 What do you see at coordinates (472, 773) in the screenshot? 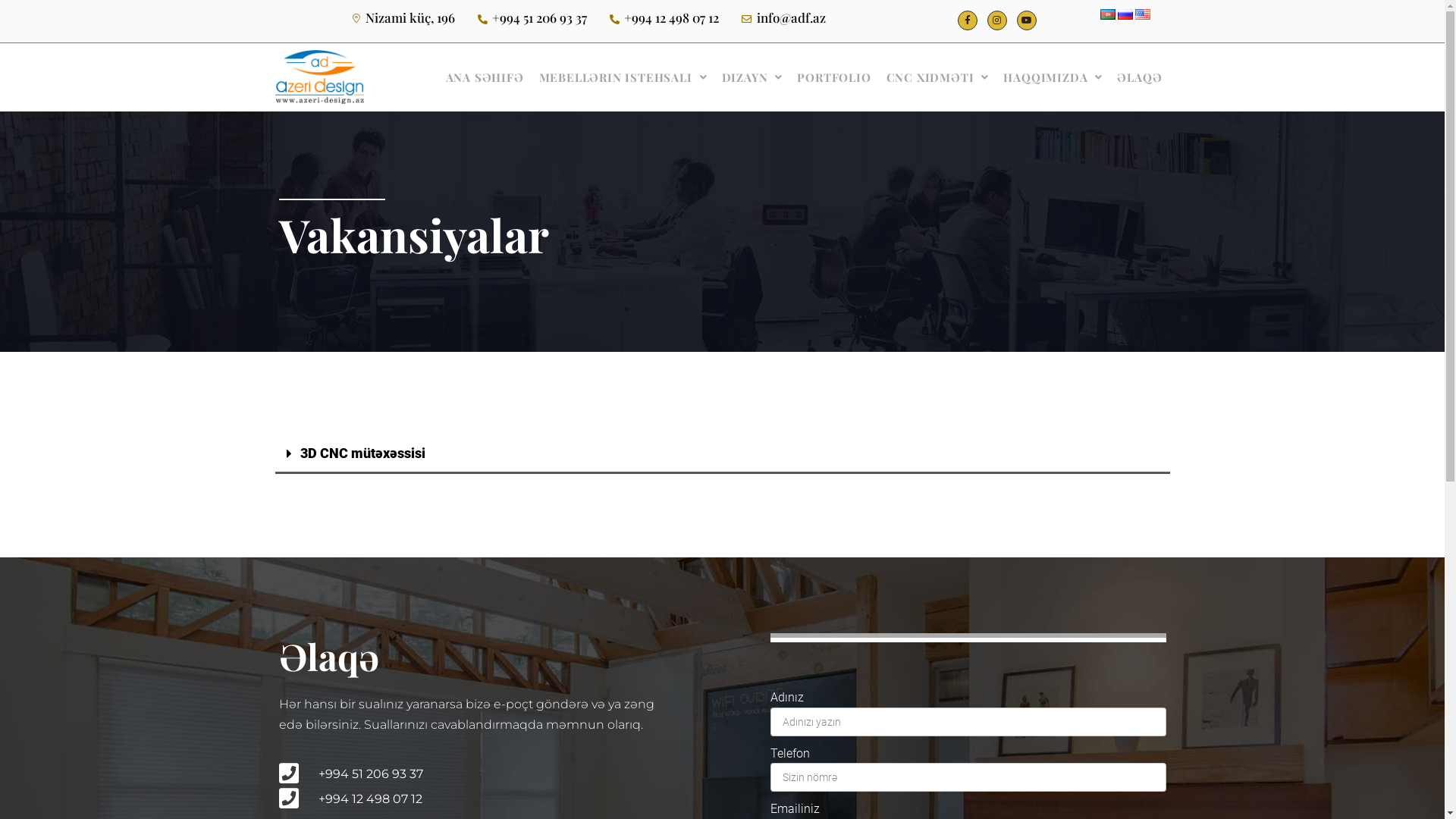
I see `'+994 51 206 93 37'` at bounding box center [472, 773].